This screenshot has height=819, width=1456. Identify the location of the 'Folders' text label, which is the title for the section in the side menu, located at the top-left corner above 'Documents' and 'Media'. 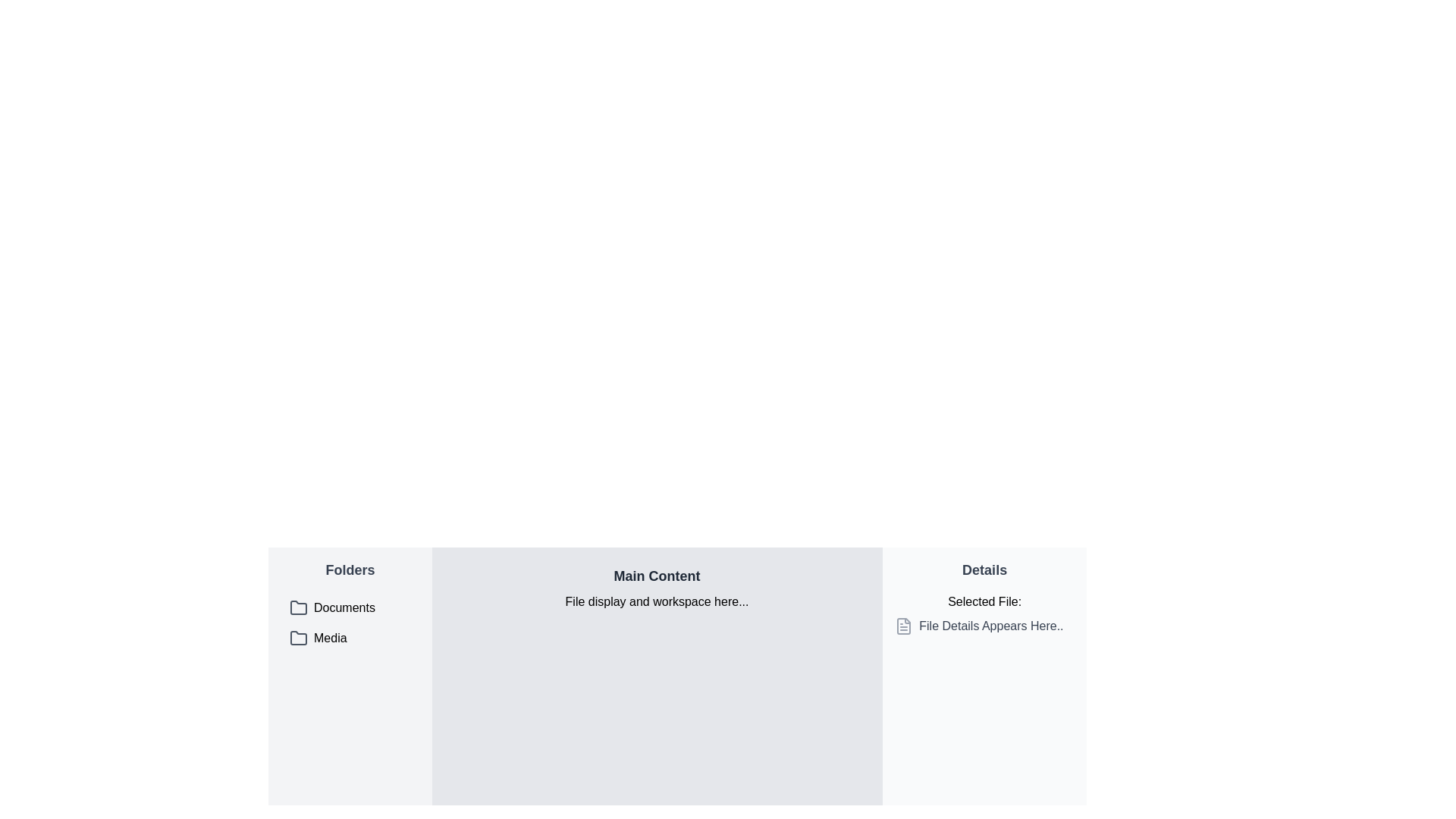
(349, 570).